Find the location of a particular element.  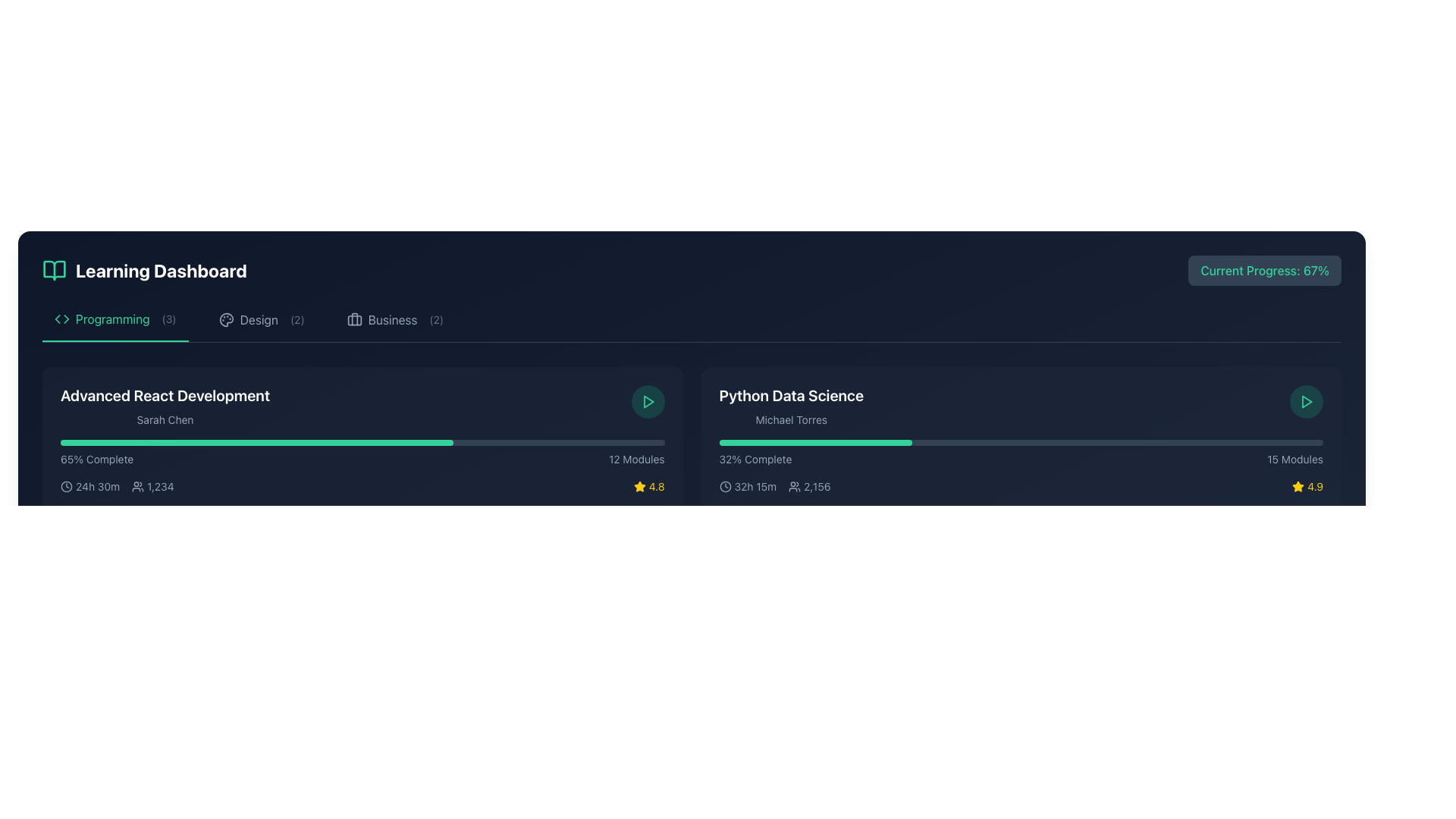

the star-shaped icon located to the left of the numeric rating 4.9 in the bottom-right corner of the Python Data Science module card is located at coordinates (640, 649).